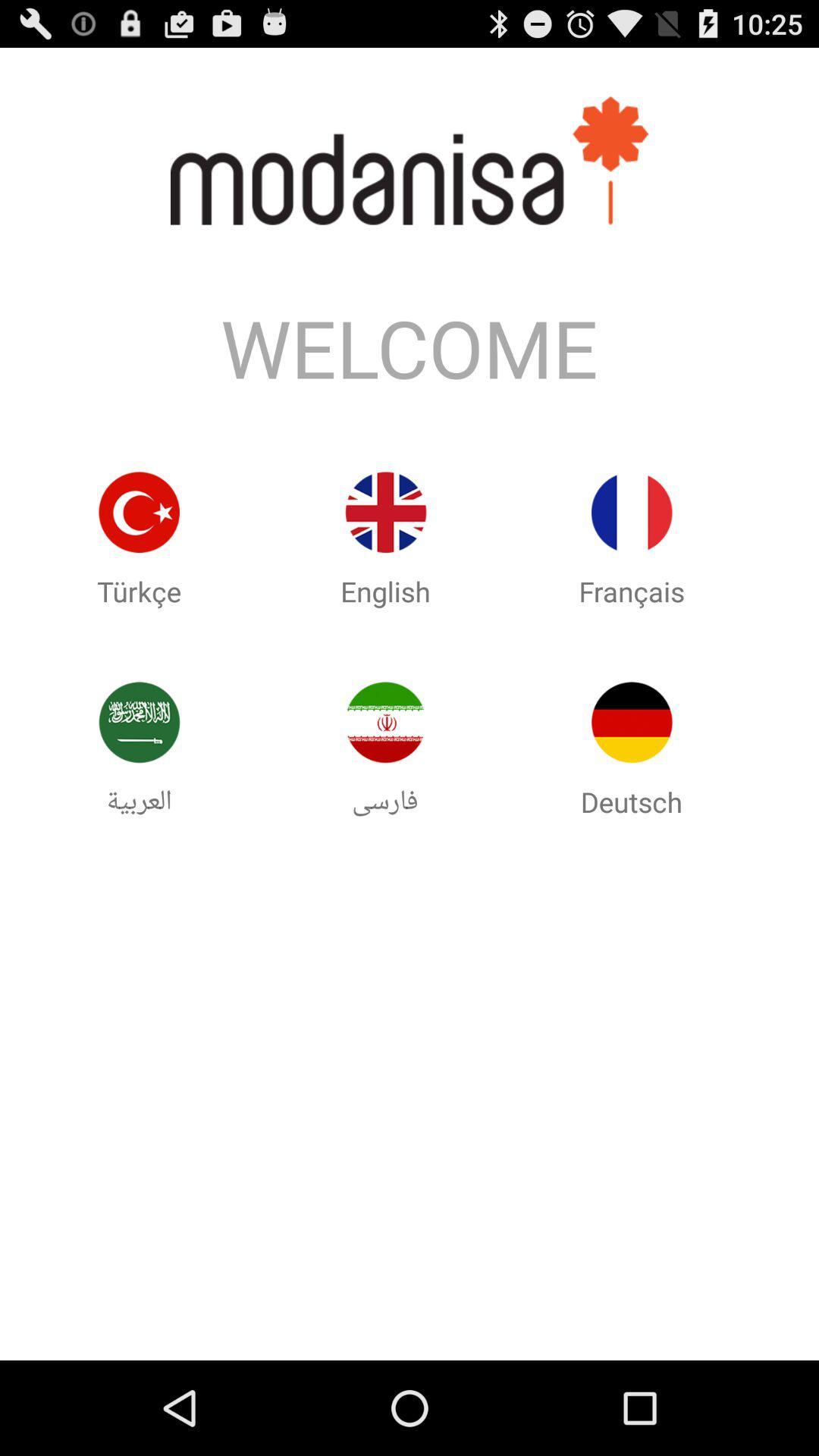 The height and width of the screenshot is (1456, 819). What do you see at coordinates (632, 751) in the screenshot?
I see `the image below francais` at bounding box center [632, 751].